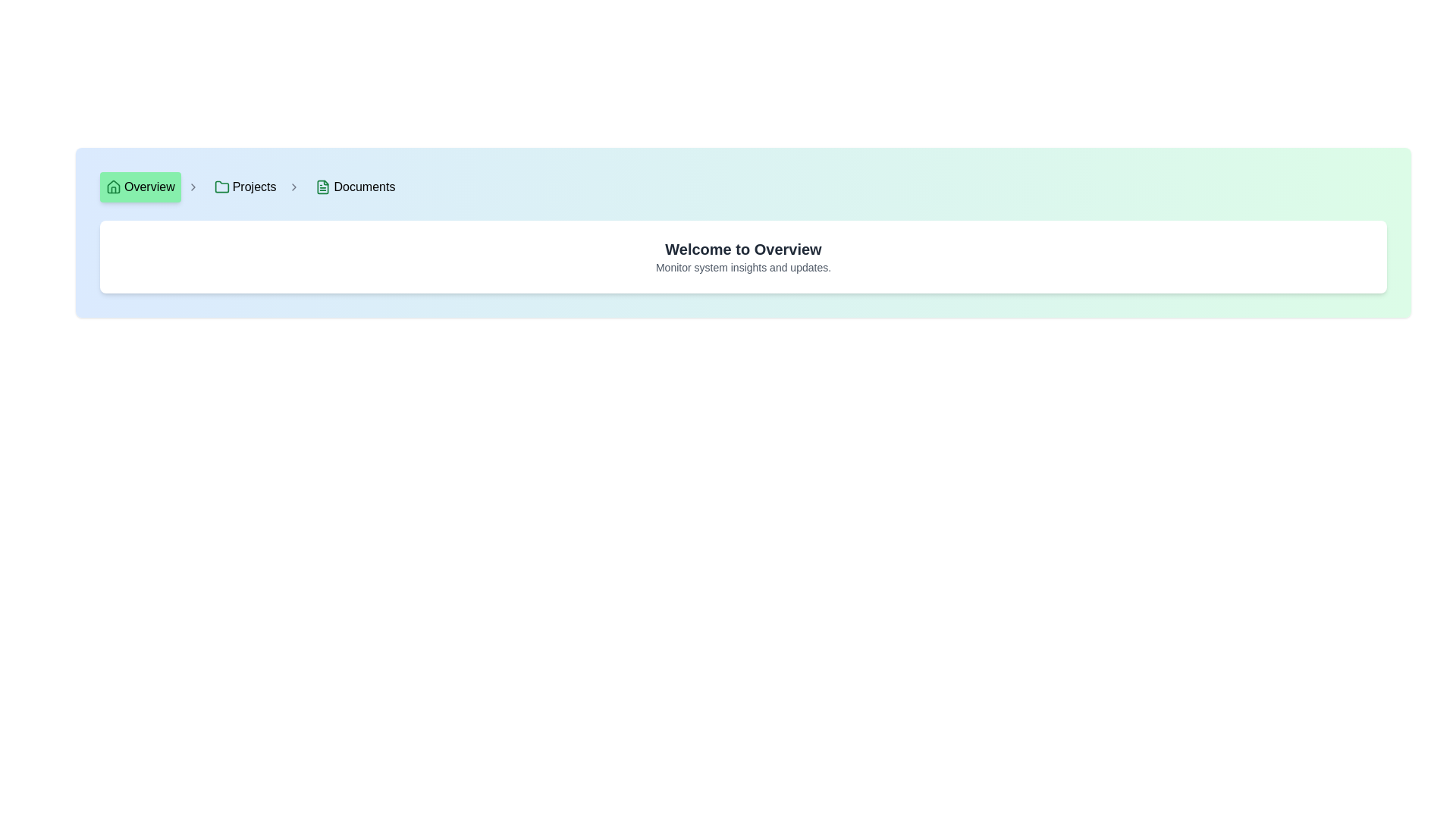 The height and width of the screenshot is (819, 1456). What do you see at coordinates (322, 186) in the screenshot?
I see `the document icon SVG graphic located in the breadcrumb navigation bar, which is positioned between the 'Projects' and 'Documents' labels` at bounding box center [322, 186].